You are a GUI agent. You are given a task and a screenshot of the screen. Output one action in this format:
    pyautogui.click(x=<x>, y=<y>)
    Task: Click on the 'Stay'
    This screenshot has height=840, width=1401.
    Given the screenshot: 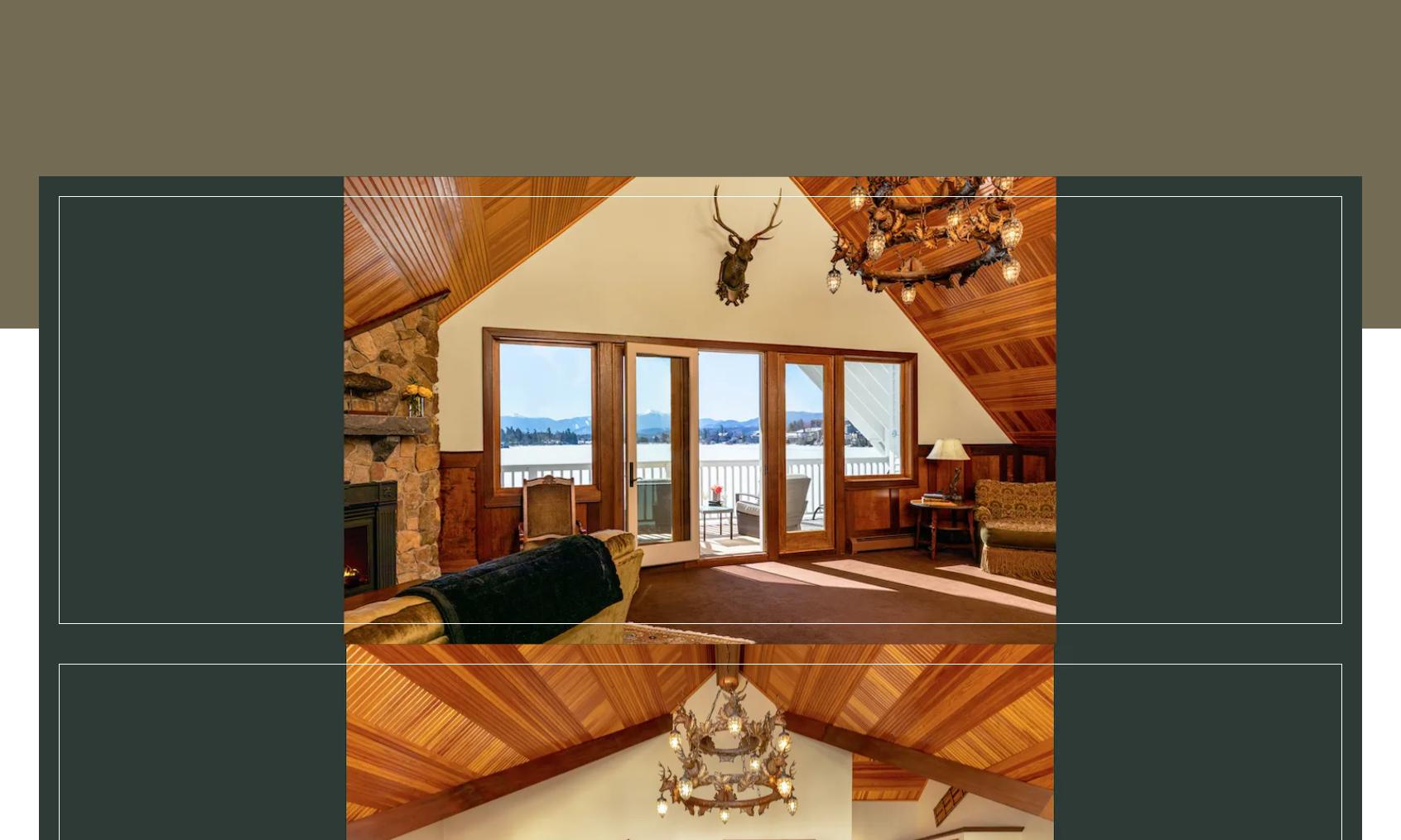 What is the action you would take?
    pyautogui.click(x=429, y=32)
    